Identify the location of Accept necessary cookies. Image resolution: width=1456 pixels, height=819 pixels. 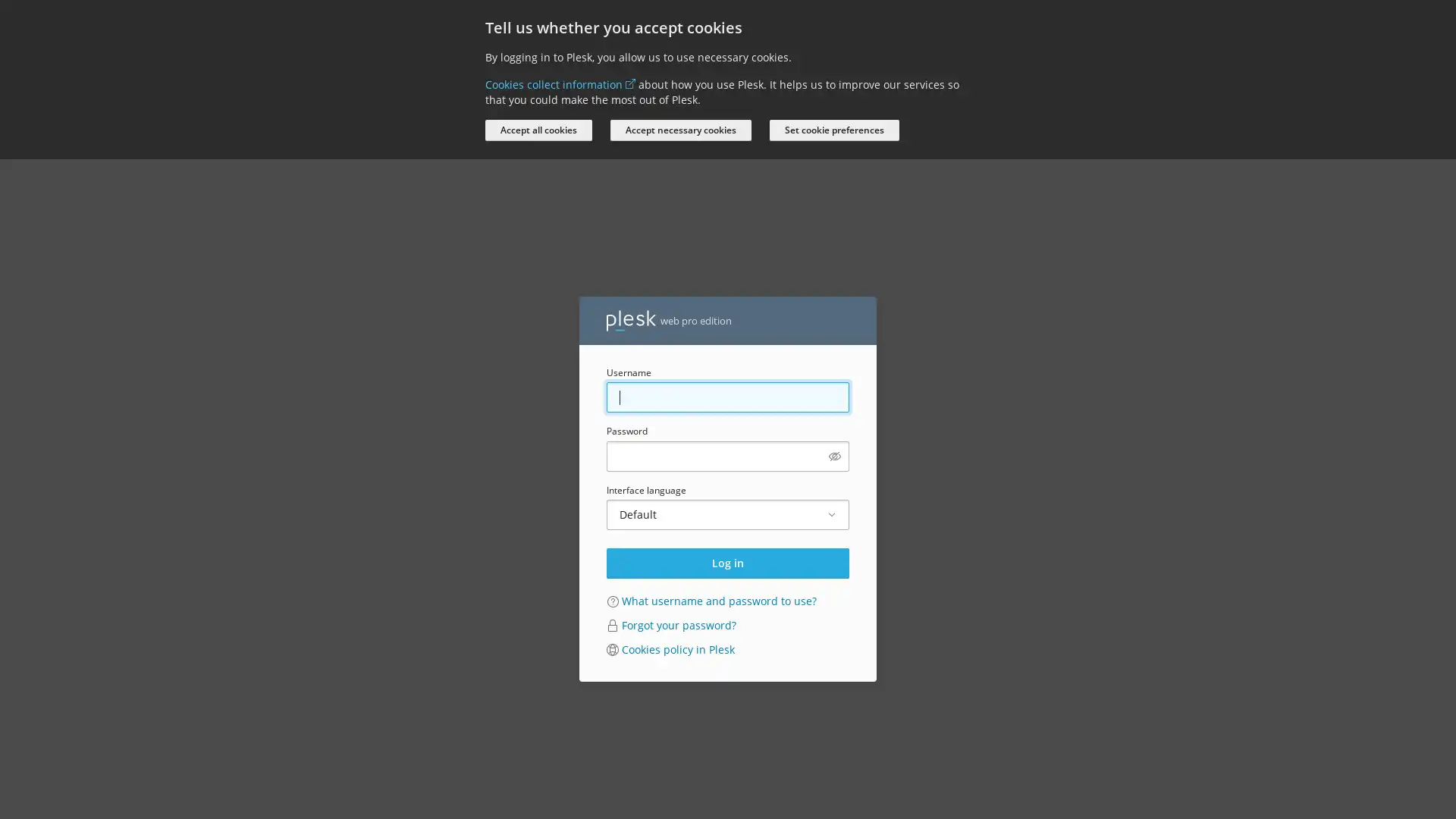
(679, 130).